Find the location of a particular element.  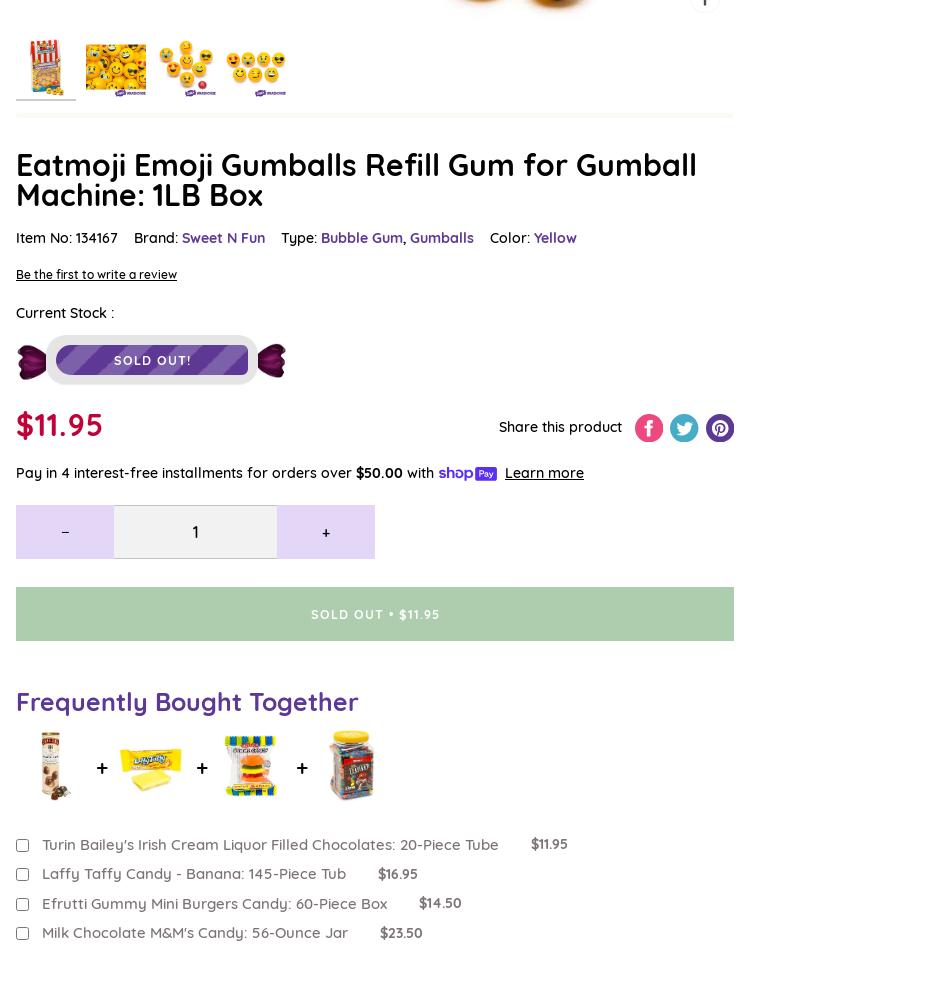

'Accessibility Statement' is located at coordinates (91, 360).